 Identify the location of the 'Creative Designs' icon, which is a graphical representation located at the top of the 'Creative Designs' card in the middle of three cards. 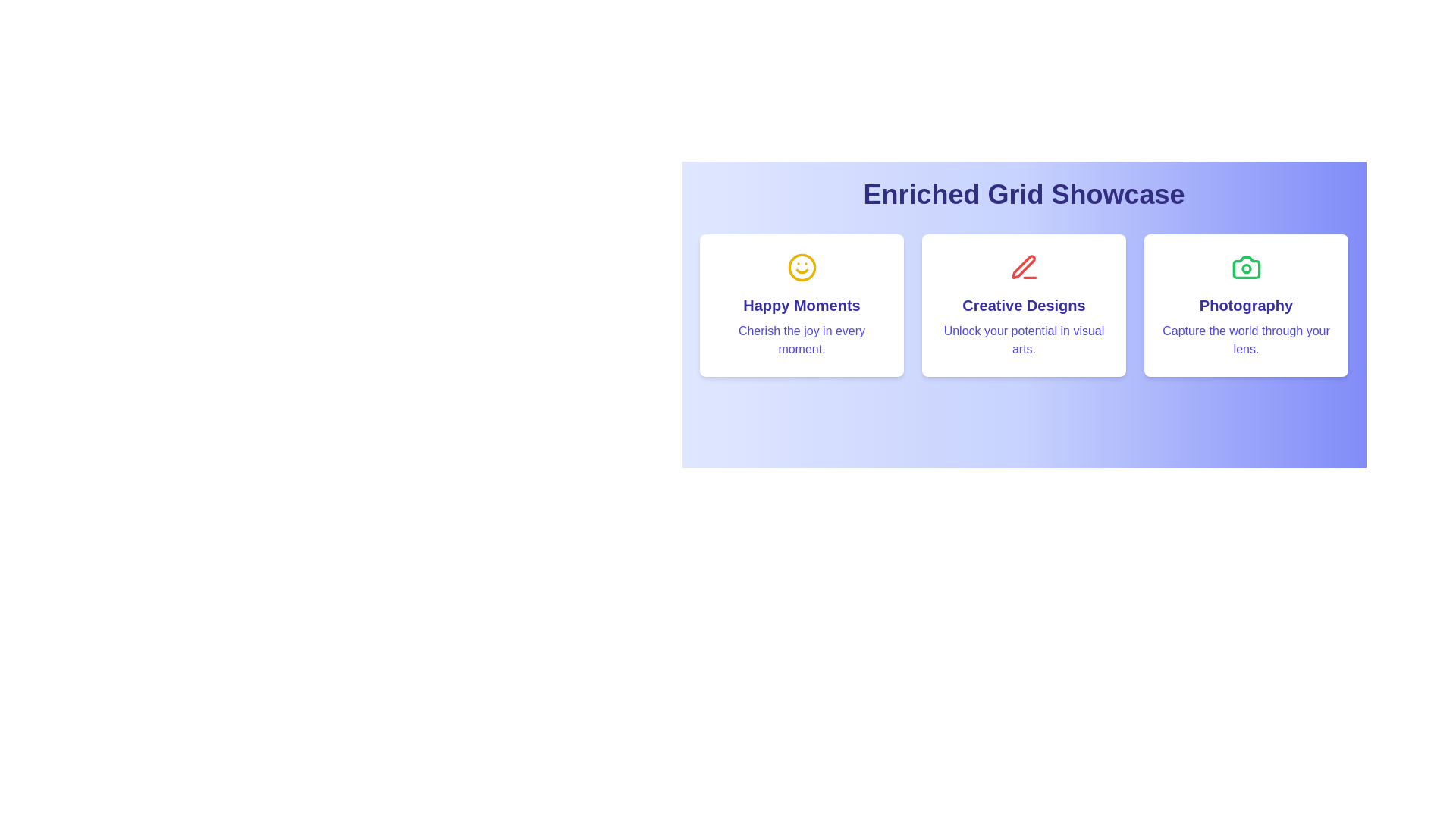
(1024, 267).